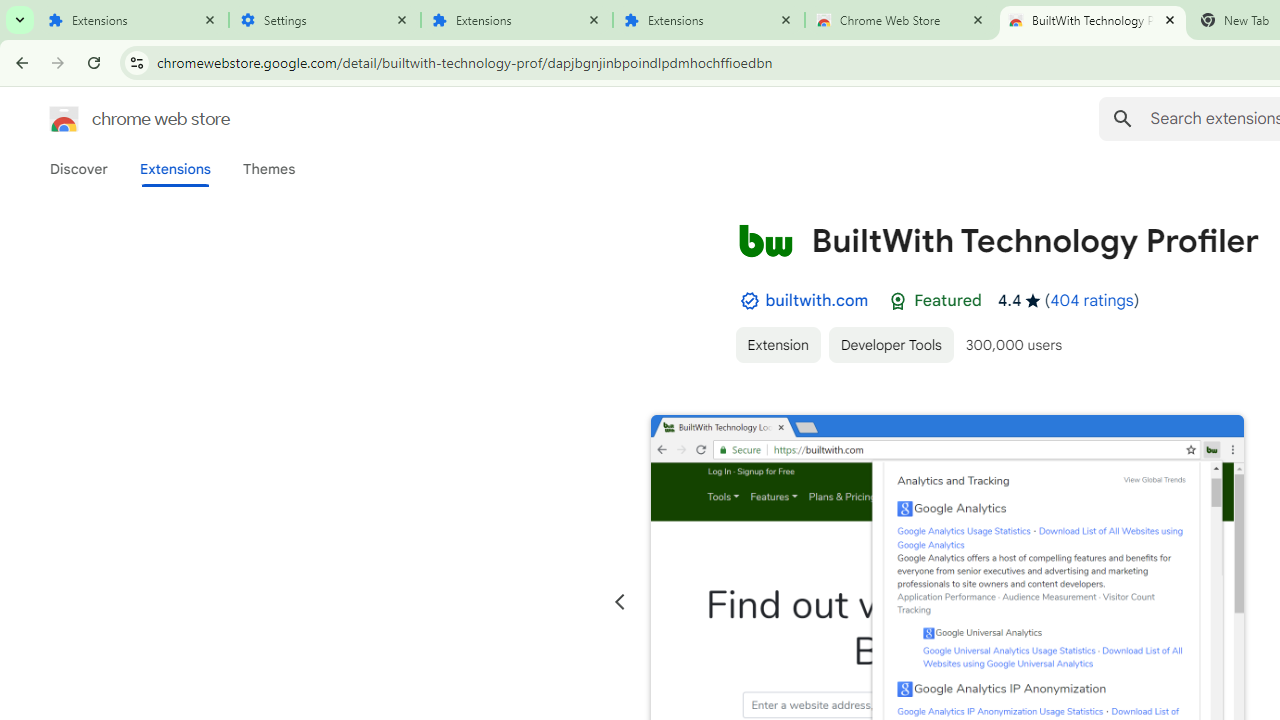 Image resolution: width=1280 pixels, height=720 pixels. Describe the element at coordinates (64, 119) in the screenshot. I see `'Chrome Web Store logo'` at that location.